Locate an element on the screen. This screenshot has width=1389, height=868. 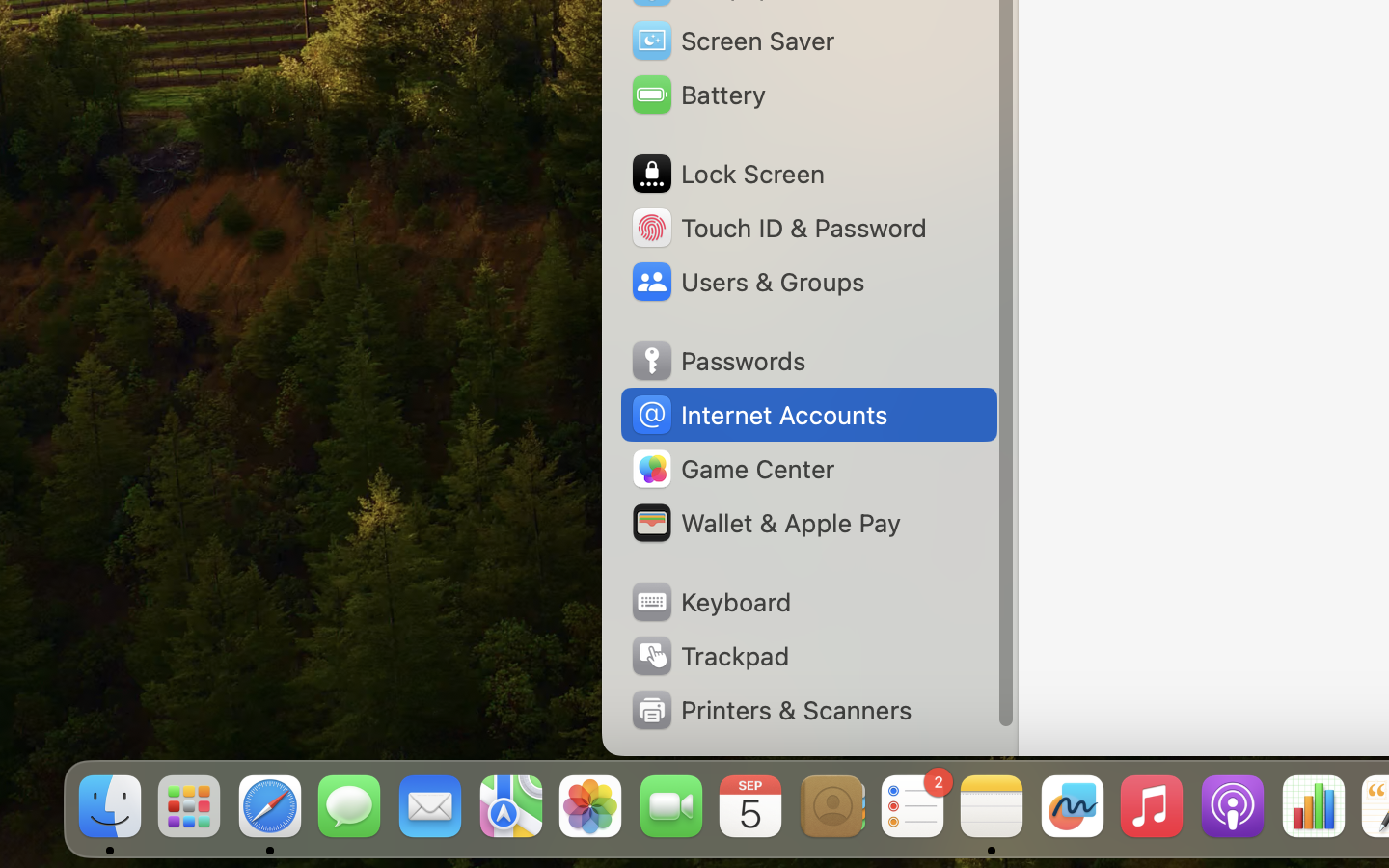
'Passwords' is located at coordinates (717, 361).